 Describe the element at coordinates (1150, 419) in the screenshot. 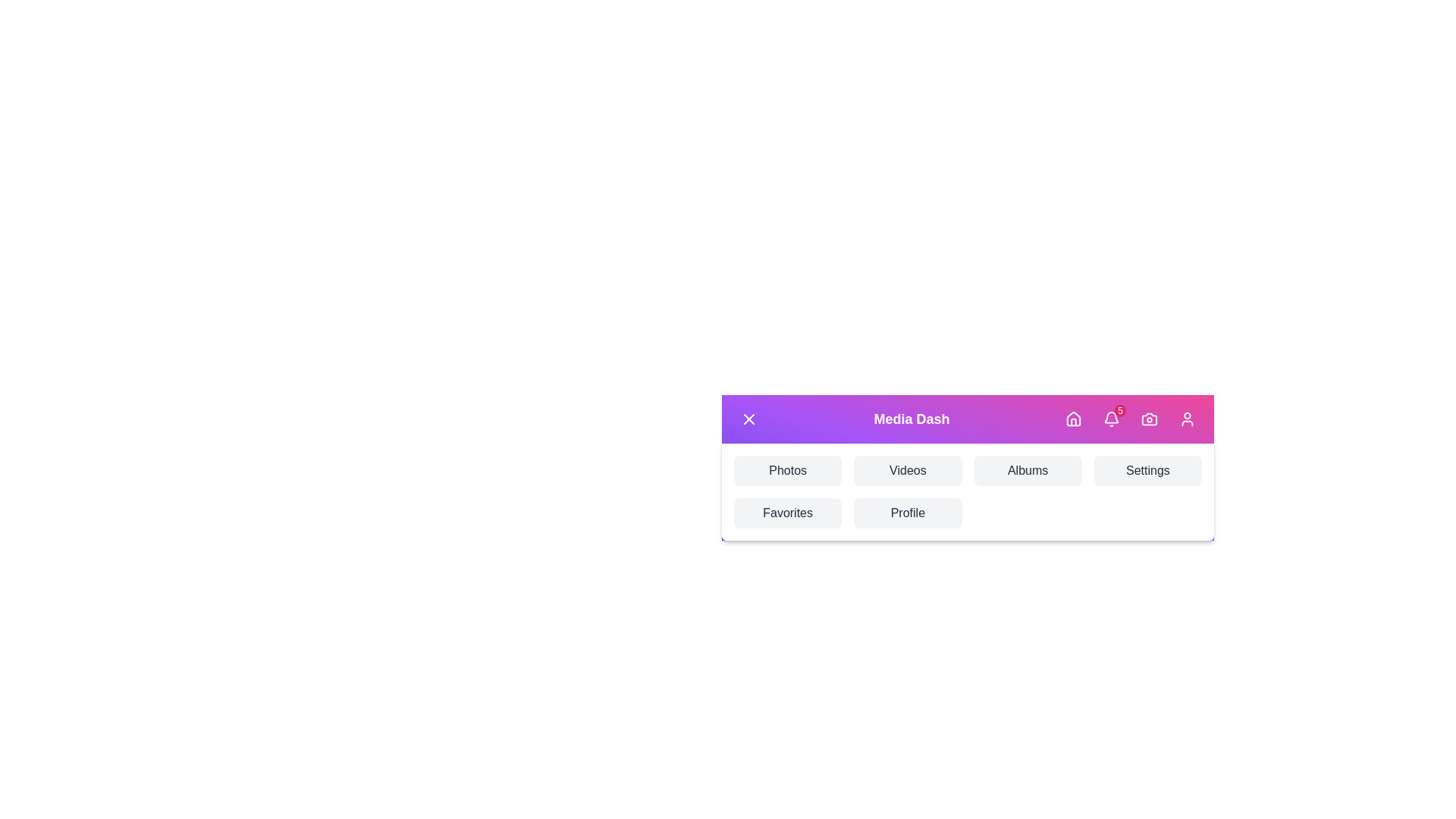

I see `the Camera icon in the VibrantMediaAppBar` at that location.